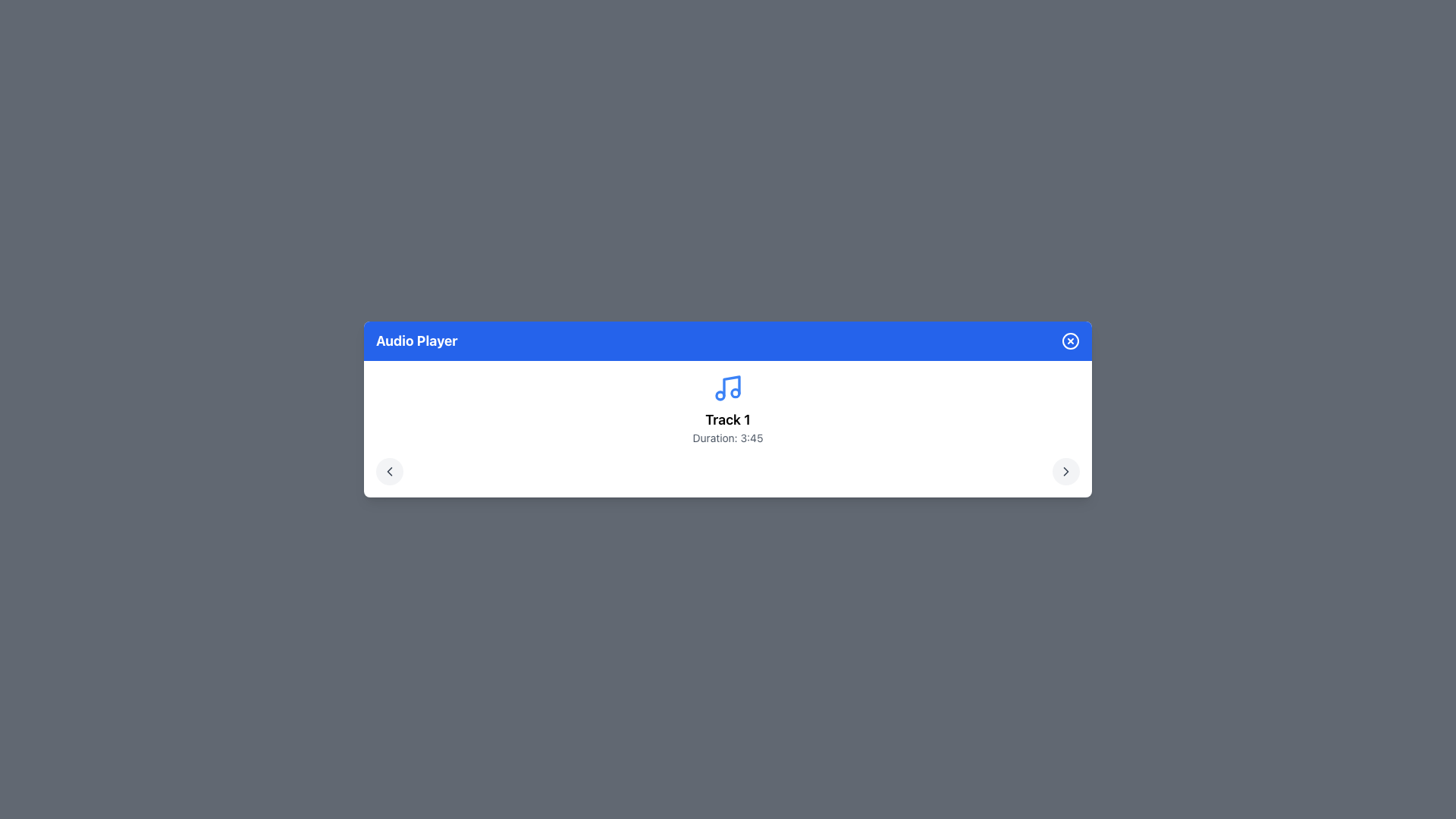 The width and height of the screenshot is (1456, 819). I want to click on the decorative circle with a blue outline and white interior, located within the close button icon in the top-right corner of the blue header bar of the audio player interface, so click(1069, 341).